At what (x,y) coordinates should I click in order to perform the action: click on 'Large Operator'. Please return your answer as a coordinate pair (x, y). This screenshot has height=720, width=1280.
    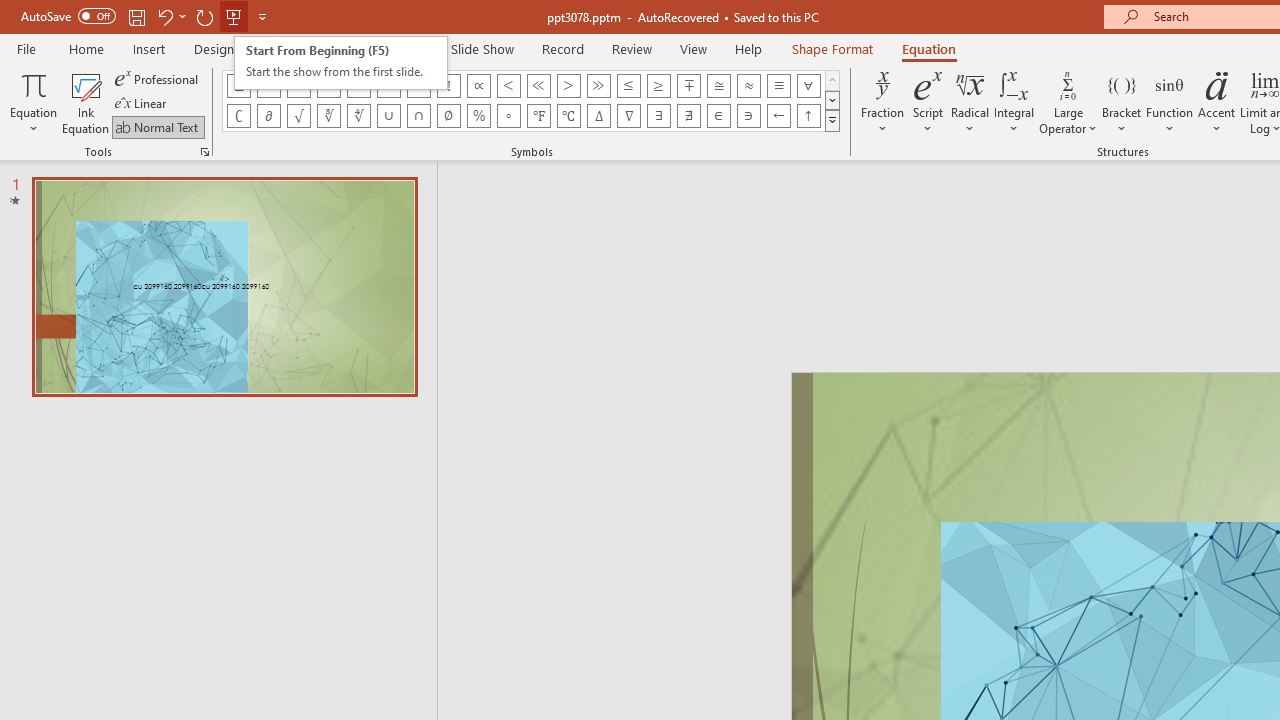
    Looking at the image, I should click on (1067, 103).